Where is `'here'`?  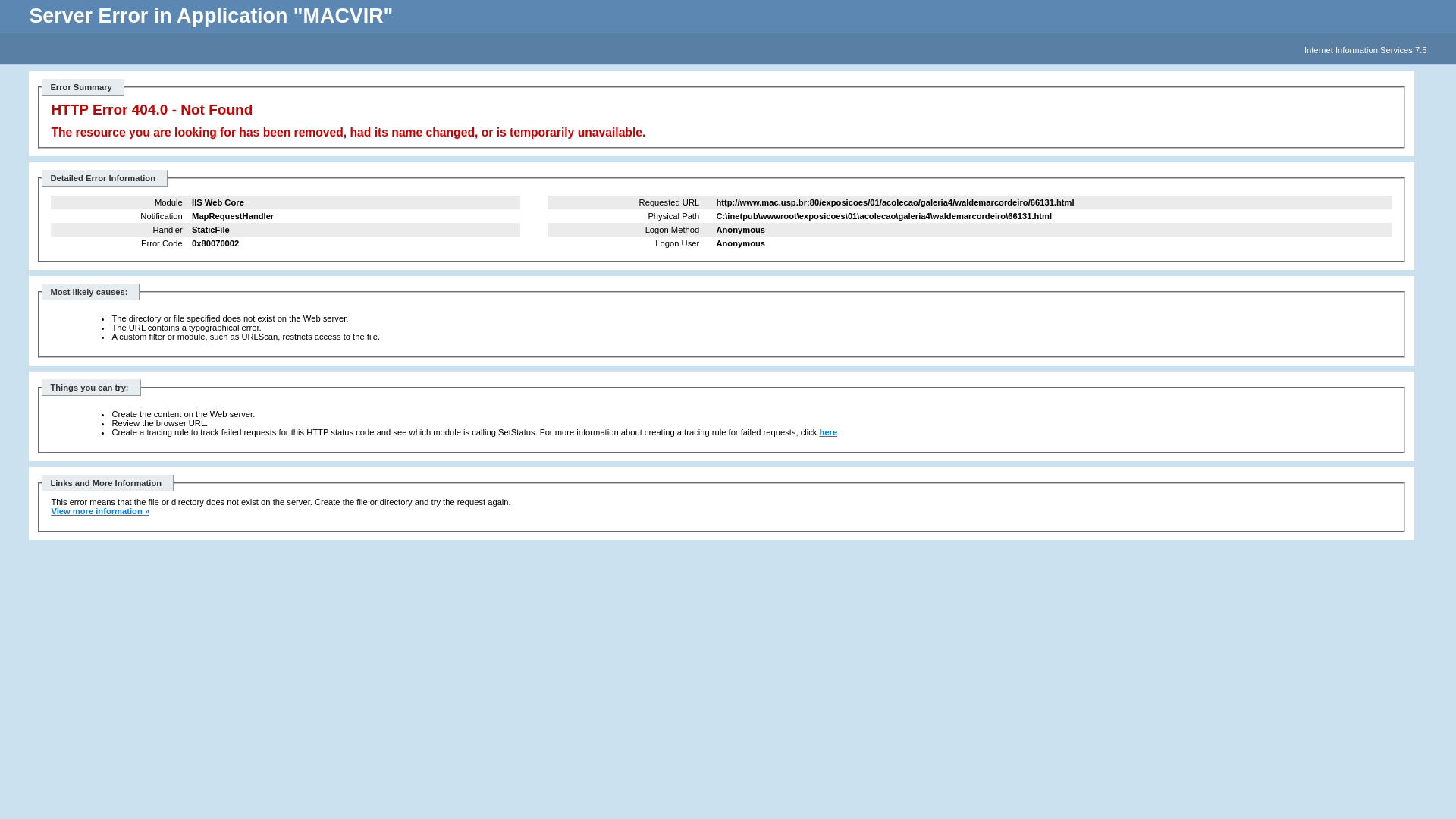
'here' is located at coordinates (828, 432).